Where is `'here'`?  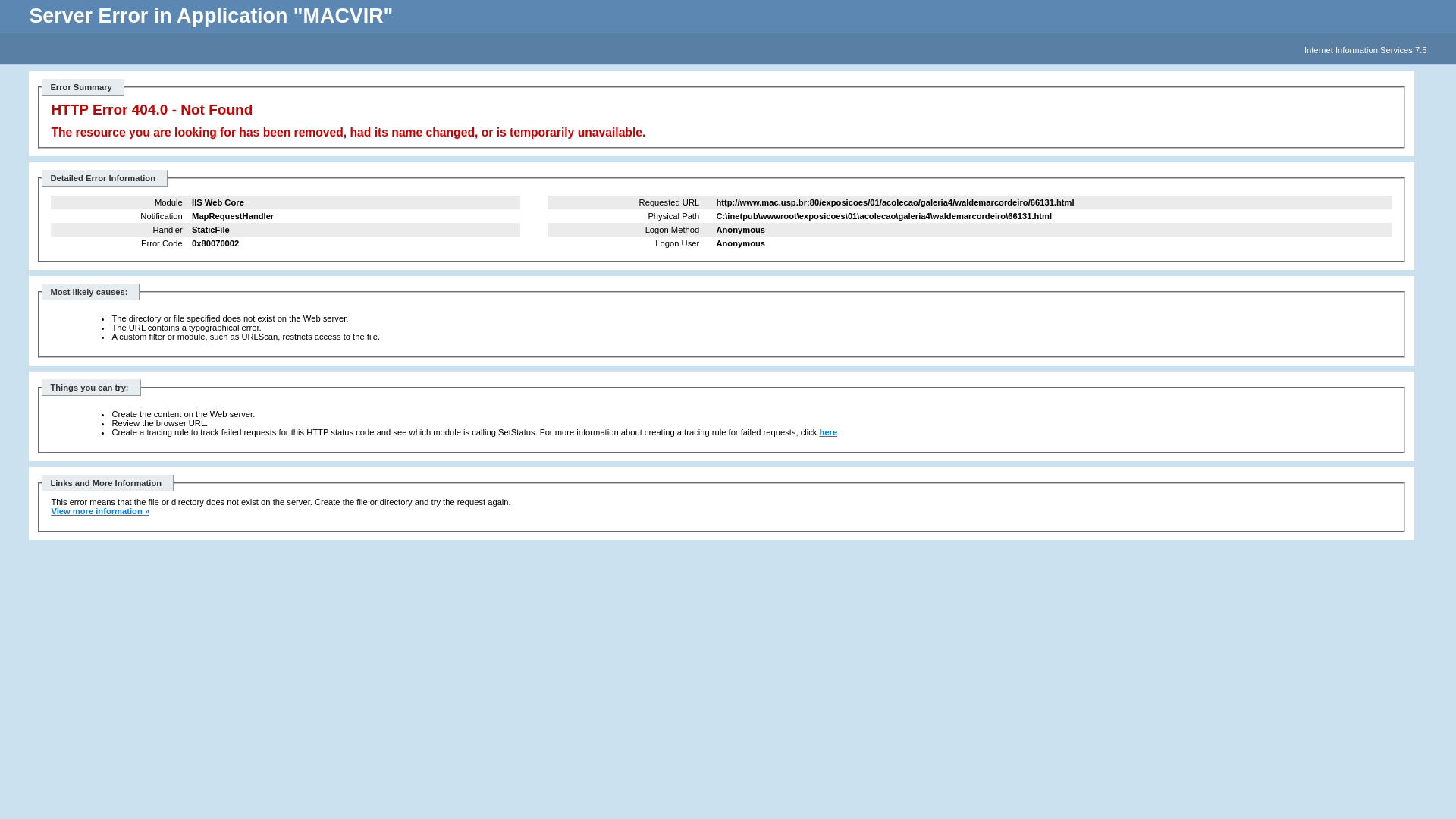
'here' is located at coordinates (828, 432).